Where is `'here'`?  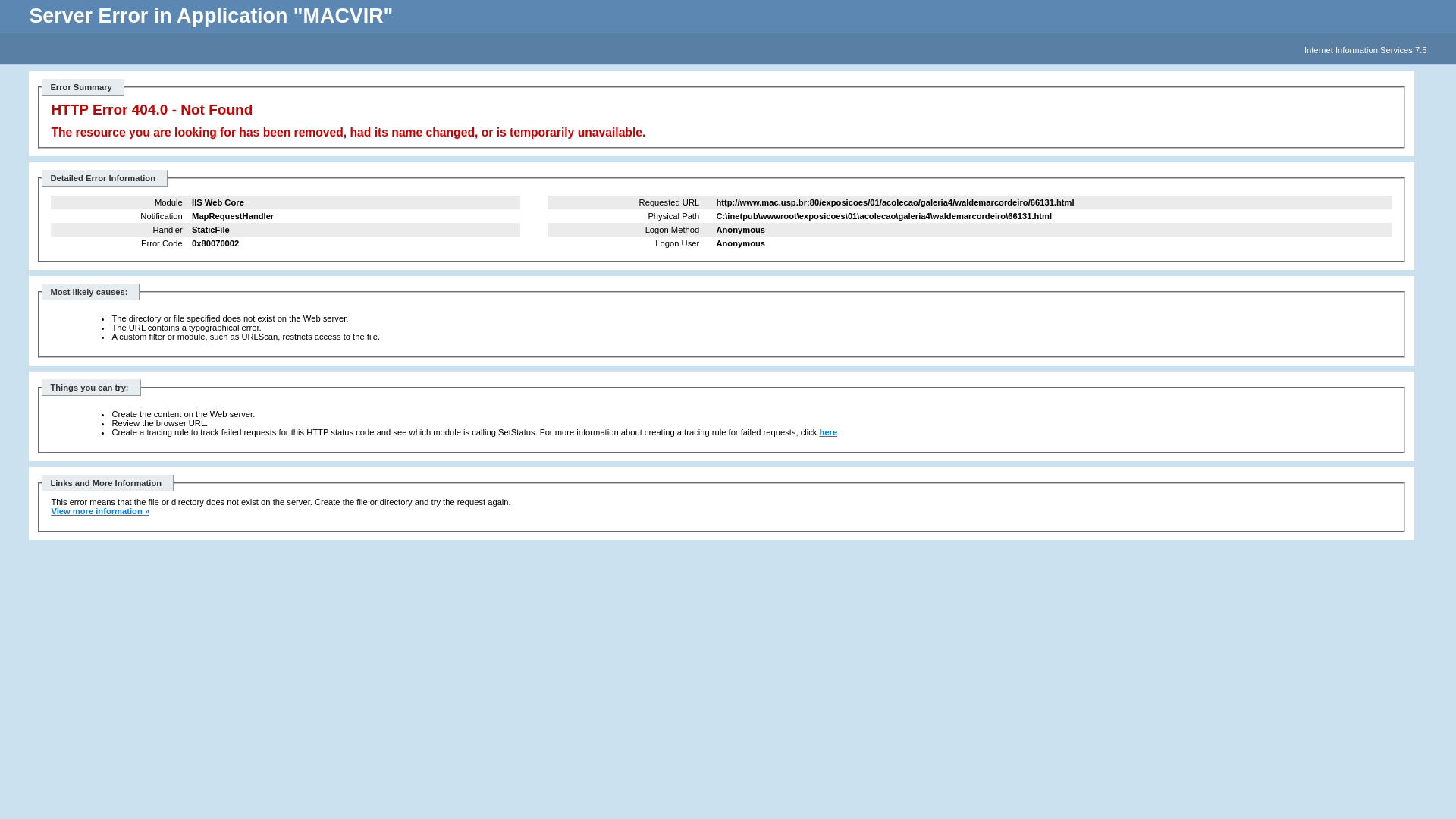
'here' is located at coordinates (828, 432).